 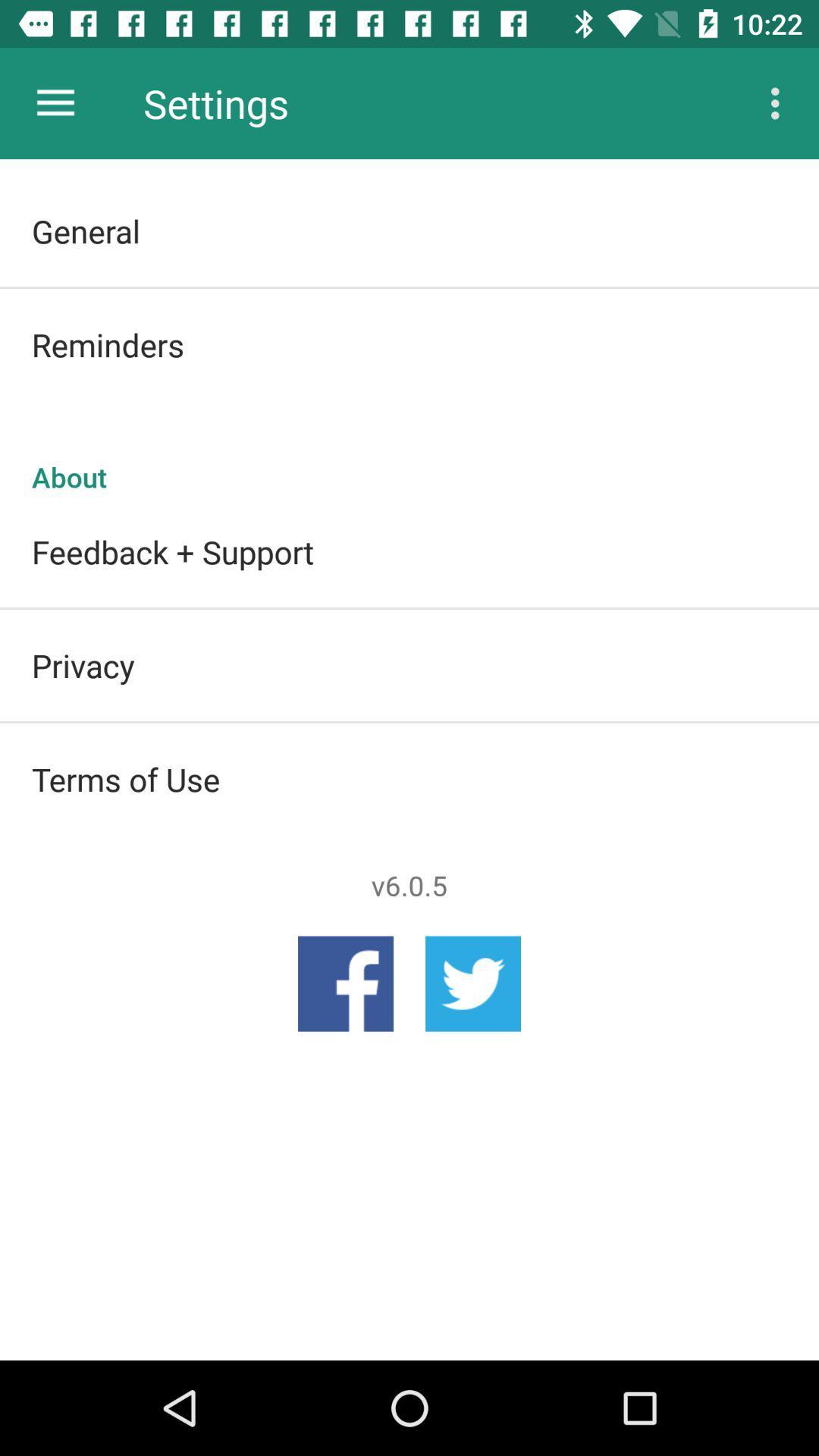 What do you see at coordinates (409, 779) in the screenshot?
I see `terms of use icon` at bounding box center [409, 779].